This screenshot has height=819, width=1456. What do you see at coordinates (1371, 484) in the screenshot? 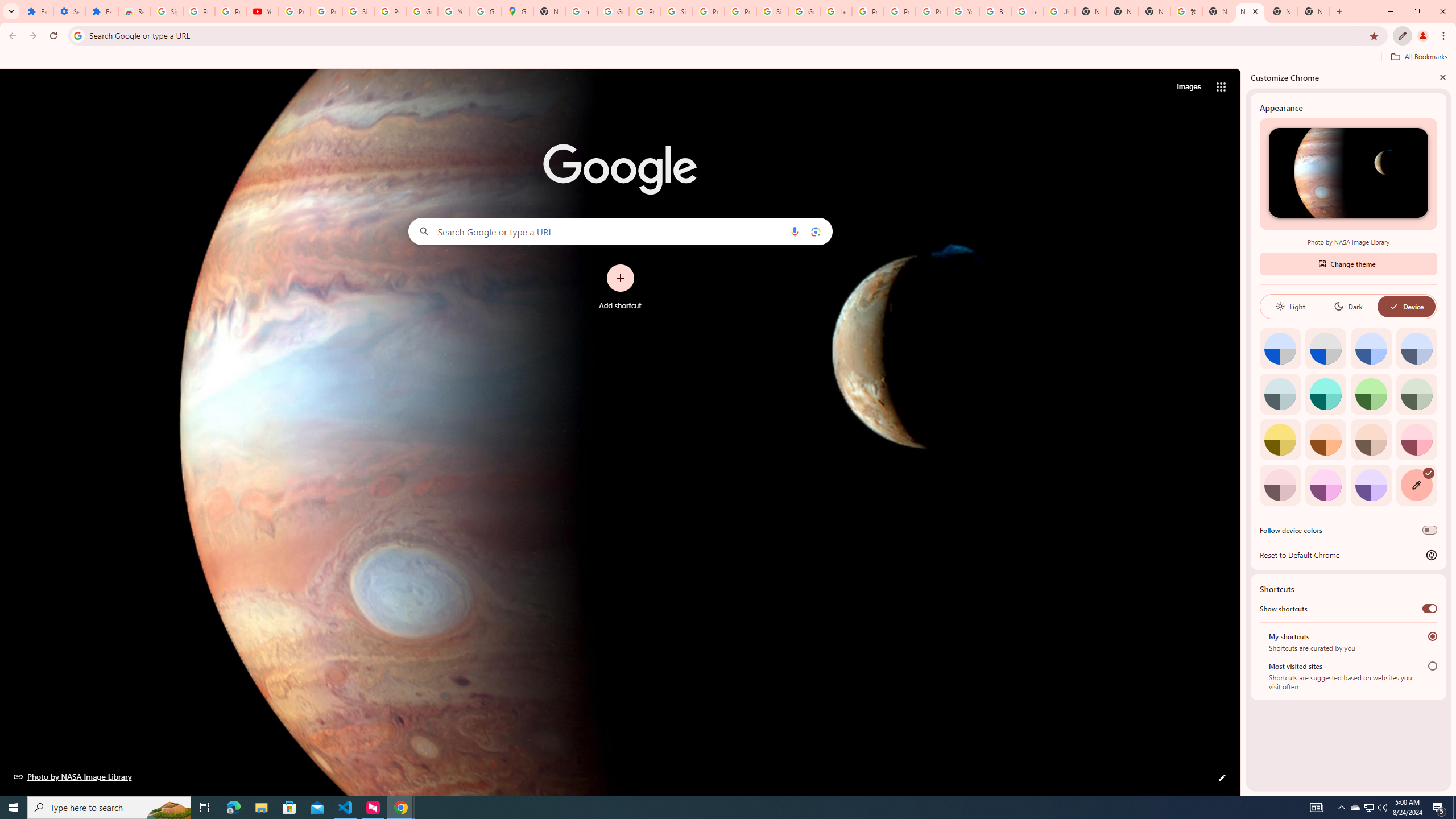
I see `'Violet'` at bounding box center [1371, 484].